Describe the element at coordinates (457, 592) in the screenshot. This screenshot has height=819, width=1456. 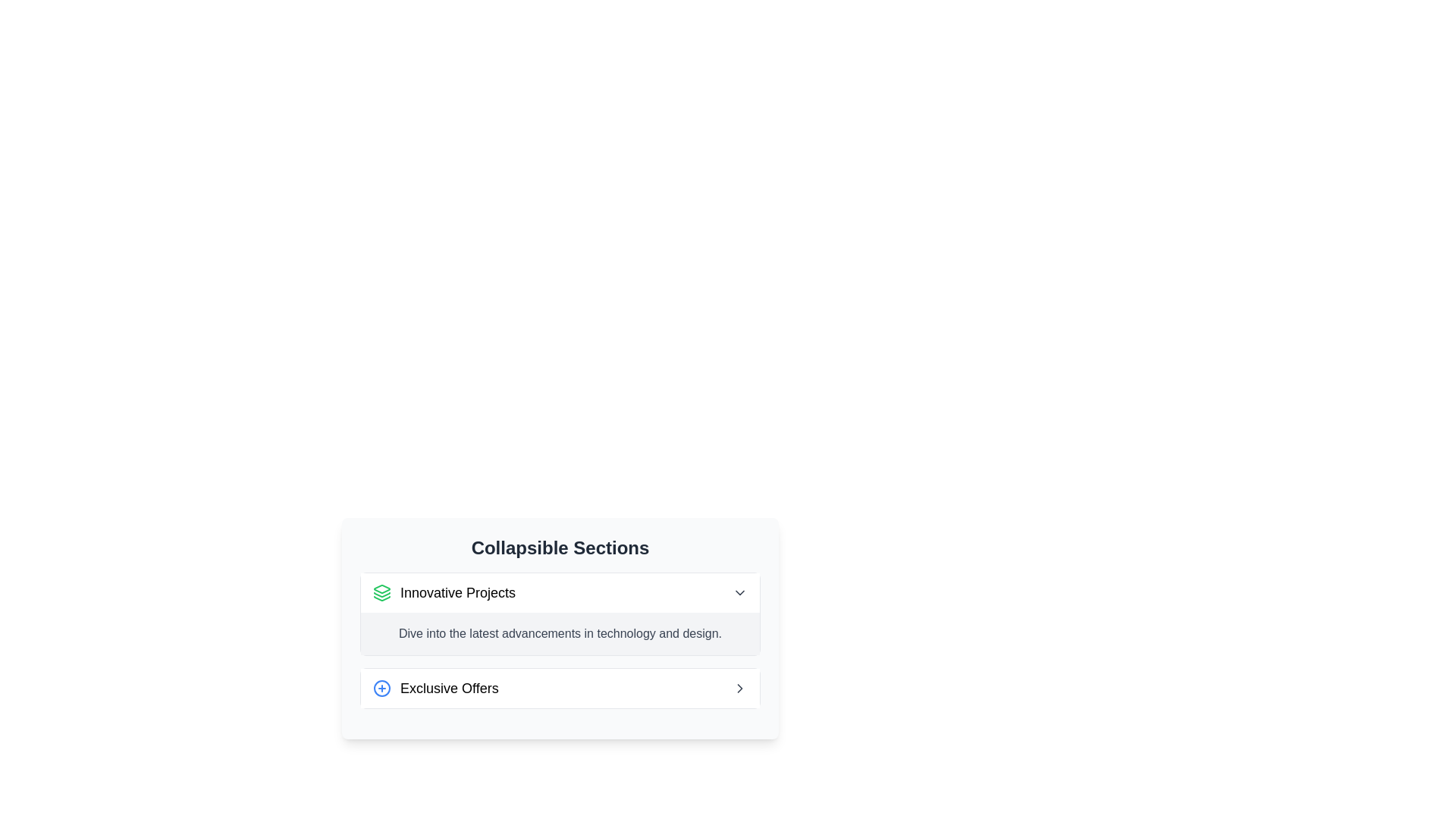
I see `the text label reading 'Innovative Projects', which is part of a section header located at the top of a collapsible section group, positioned to the right of a green layered icon` at that location.